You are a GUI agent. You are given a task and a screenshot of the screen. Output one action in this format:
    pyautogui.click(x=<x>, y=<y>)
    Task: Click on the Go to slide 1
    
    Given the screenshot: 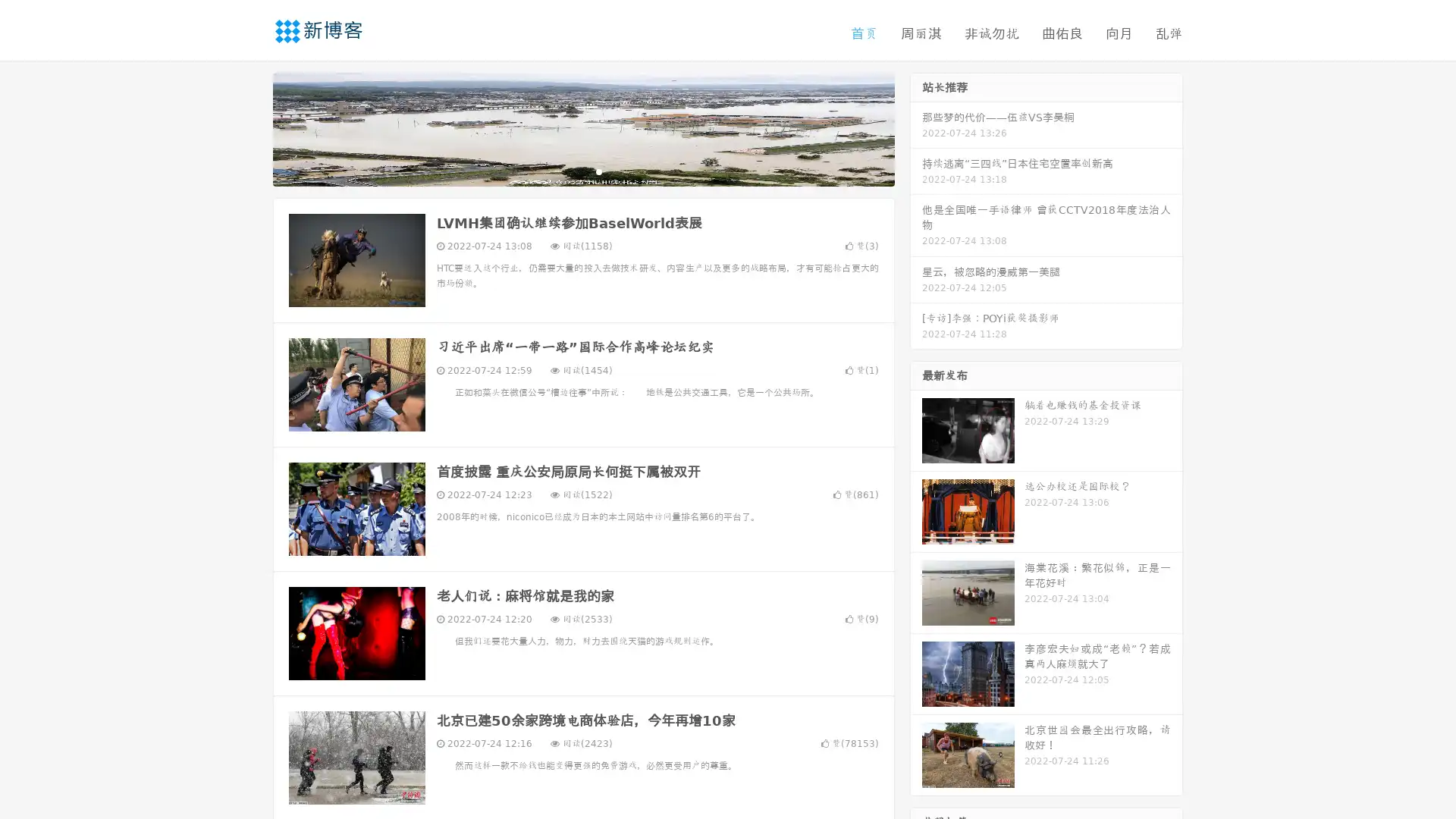 What is the action you would take?
    pyautogui.click(x=567, y=171)
    